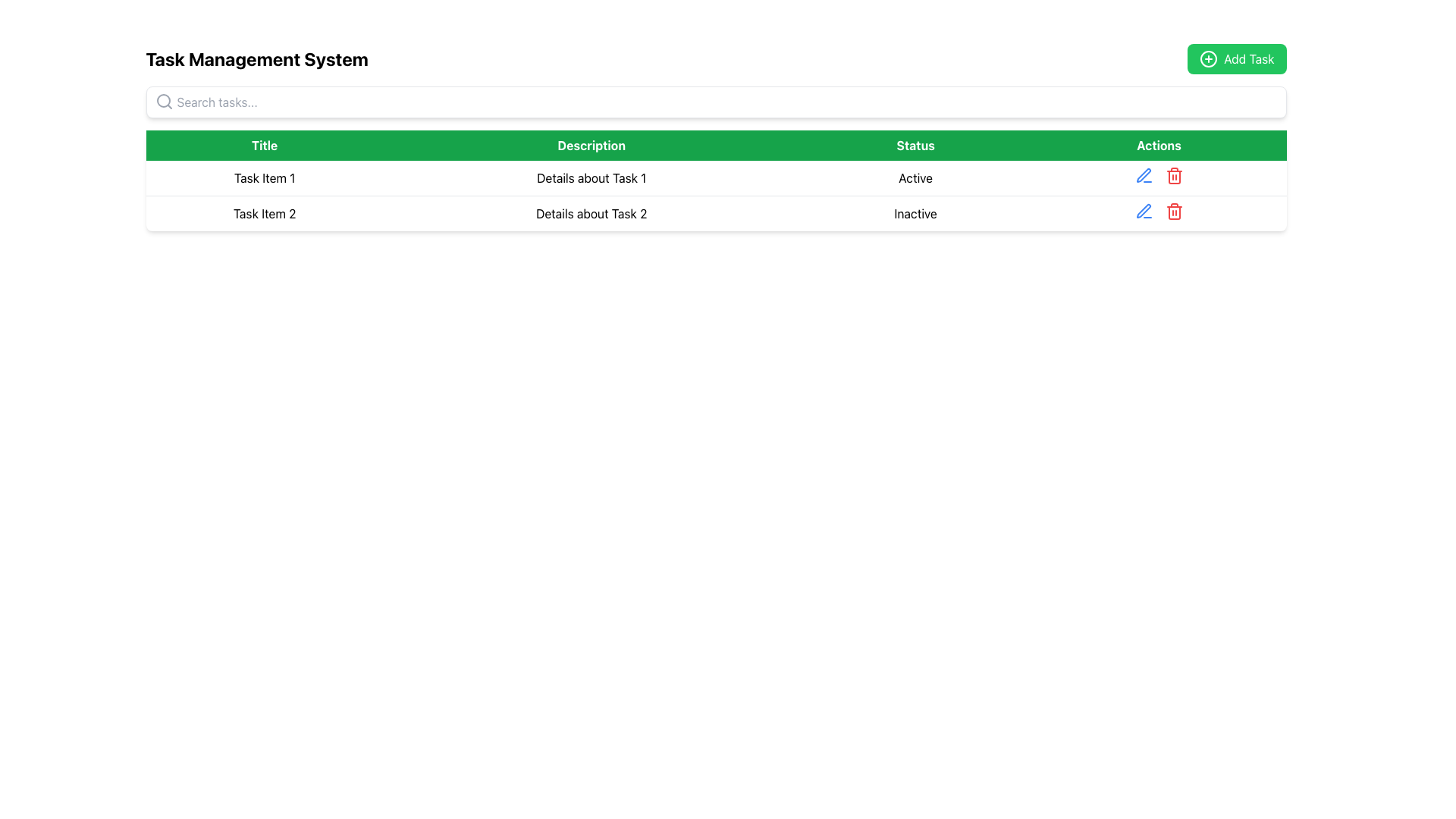  I want to click on the green 'Add Task' button with rounded corners to trigger its hover effect, which changes its color to a darker shade of green, so click(1237, 58).